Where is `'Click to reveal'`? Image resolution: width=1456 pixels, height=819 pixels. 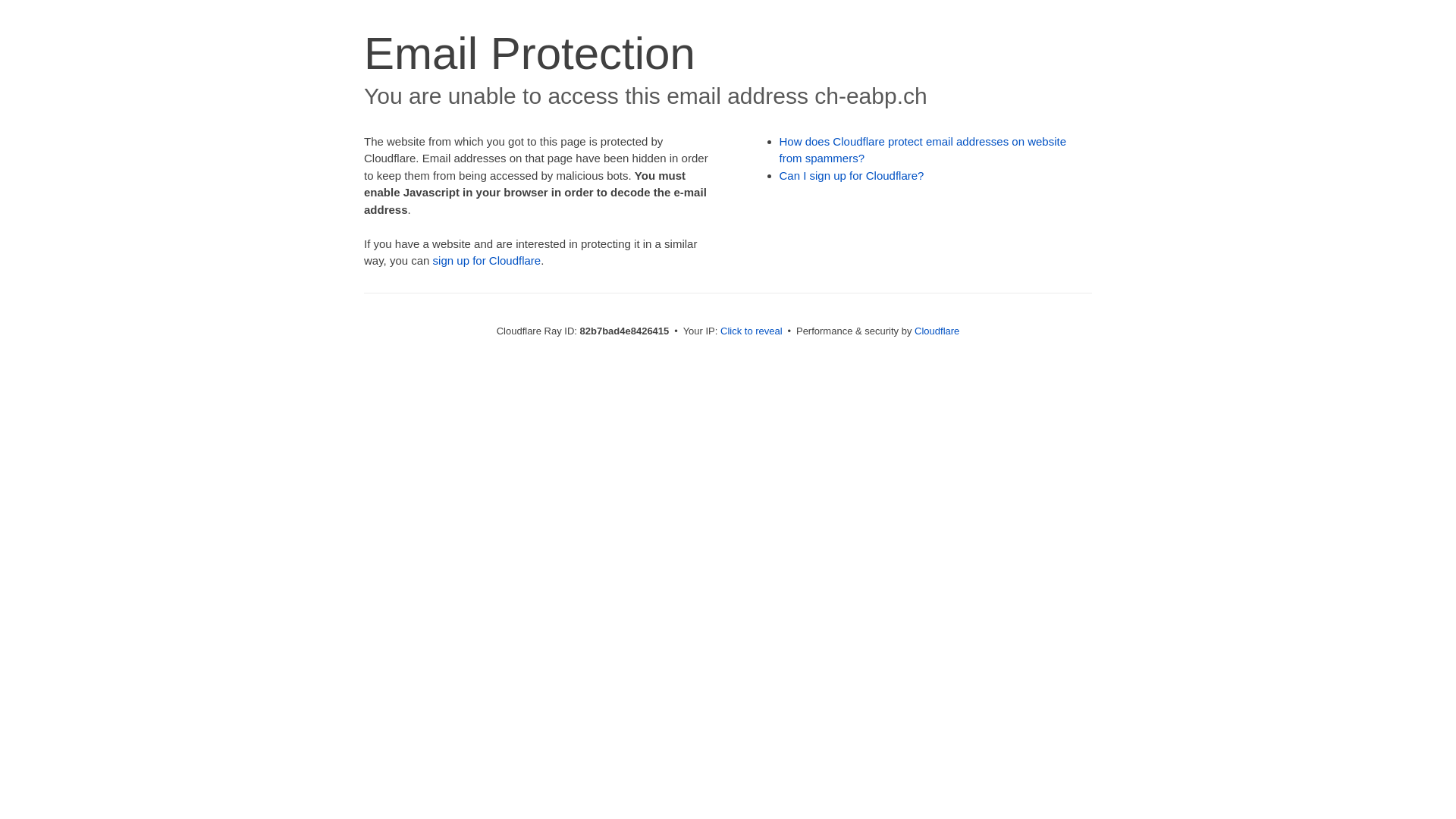
'Click to reveal' is located at coordinates (751, 330).